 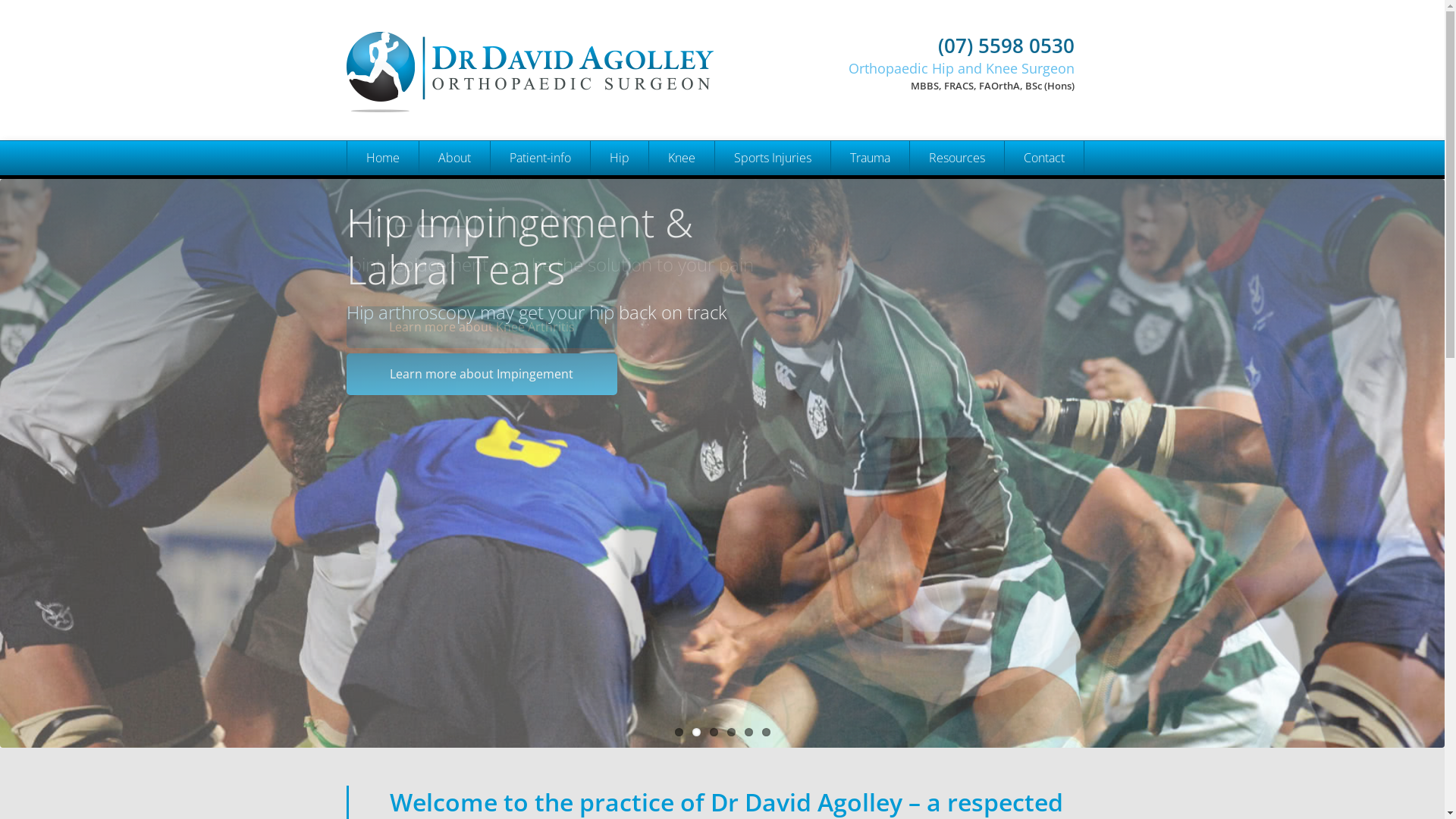 I want to click on '(07) 5598 0530', so click(x=785, y=45).